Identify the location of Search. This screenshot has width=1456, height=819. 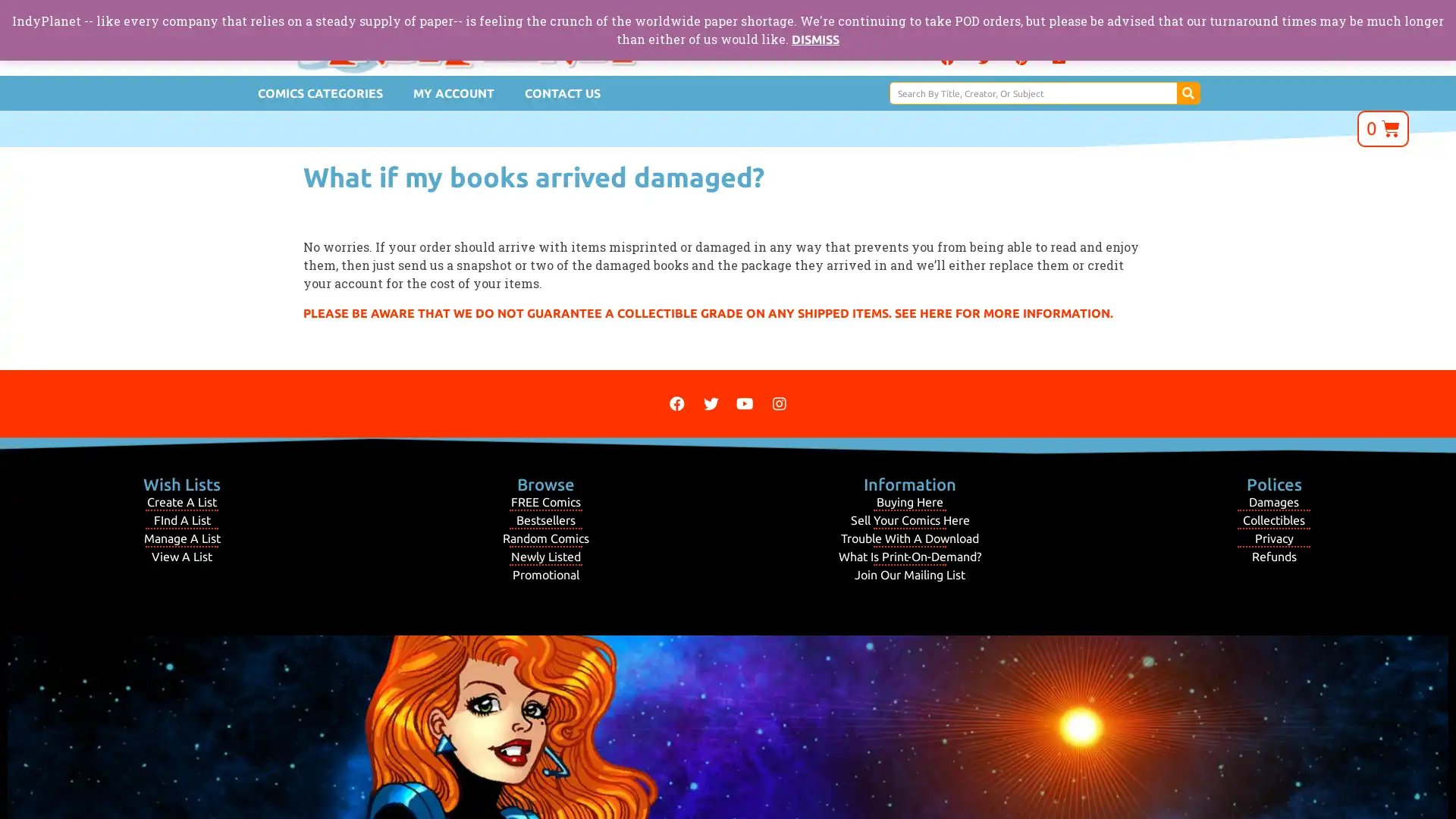
(1187, 93).